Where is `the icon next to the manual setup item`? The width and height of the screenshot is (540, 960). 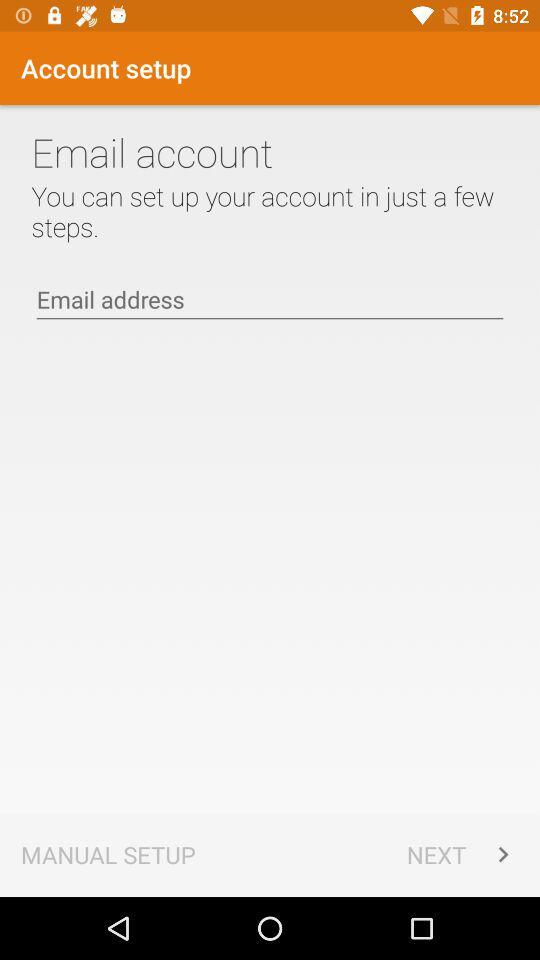 the icon next to the manual setup item is located at coordinates (462, 853).